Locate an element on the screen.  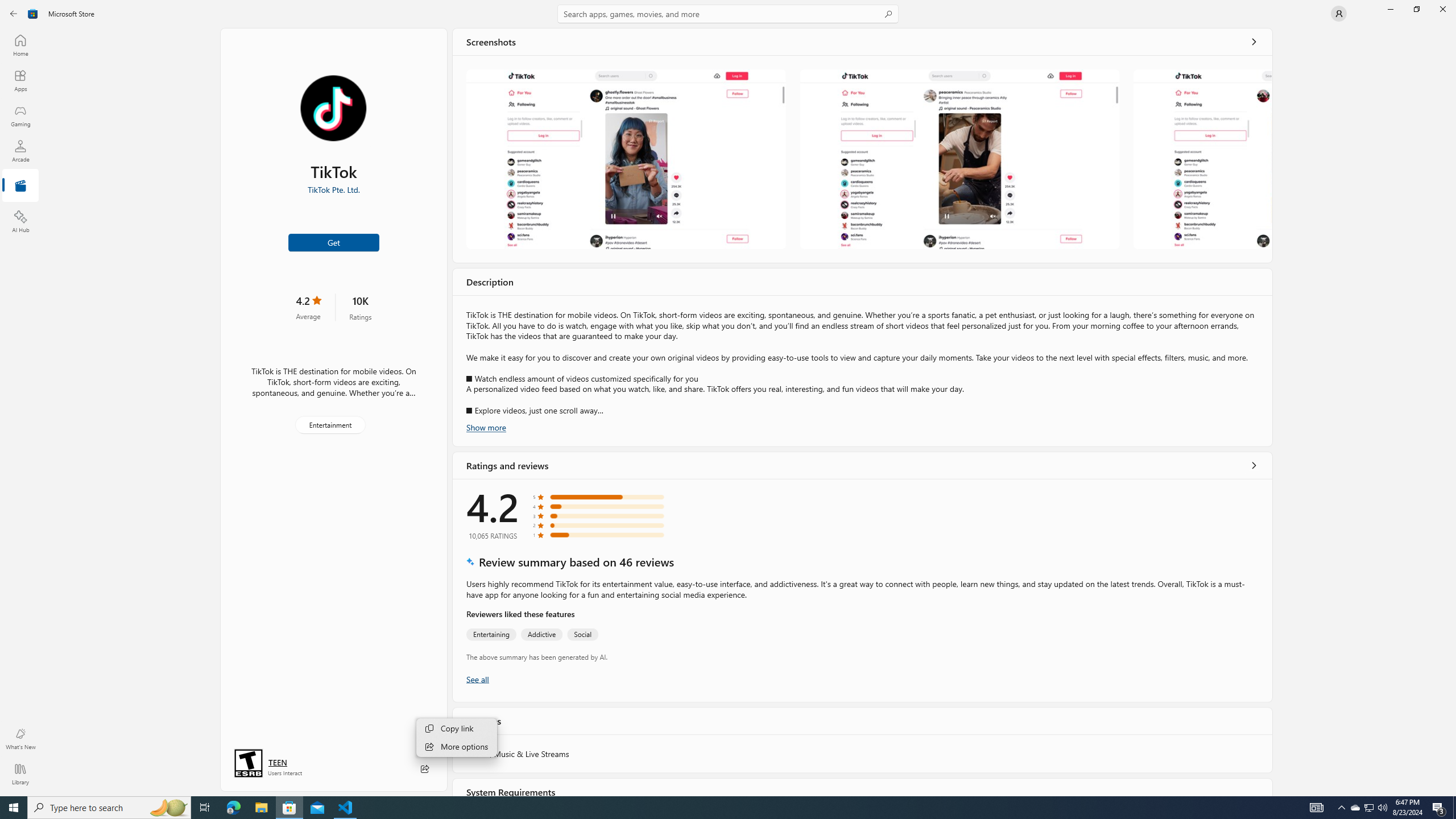
'Library' is located at coordinates (19, 773).